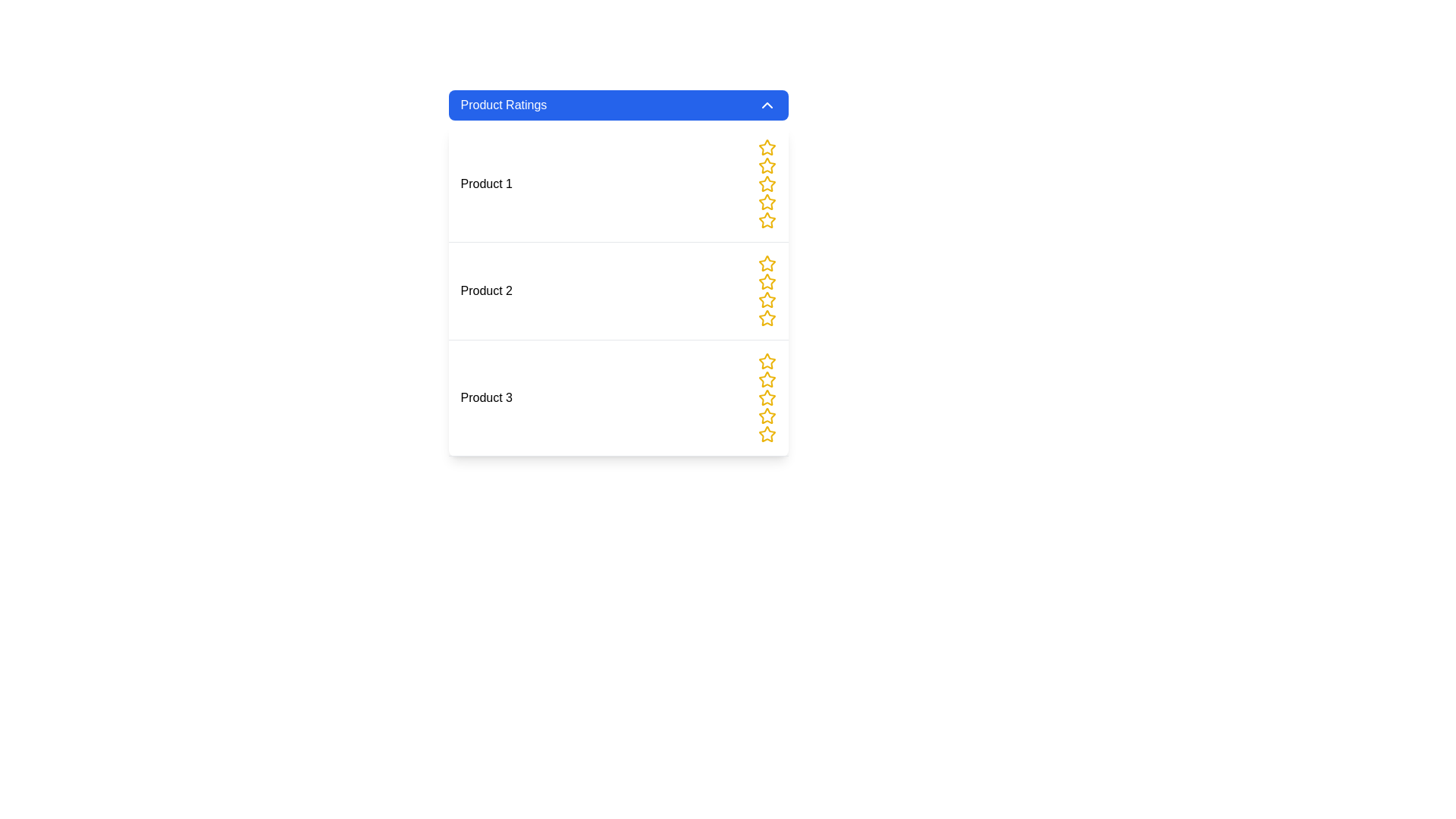 Image resolution: width=1456 pixels, height=819 pixels. What do you see at coordinates (486, 184) in the screenshot?
I see `the Static Text Label displaying 'Product 1', which is styled in medium weight black text on a white background, located at the top left section of the interface` at bounding box center [486, 184].